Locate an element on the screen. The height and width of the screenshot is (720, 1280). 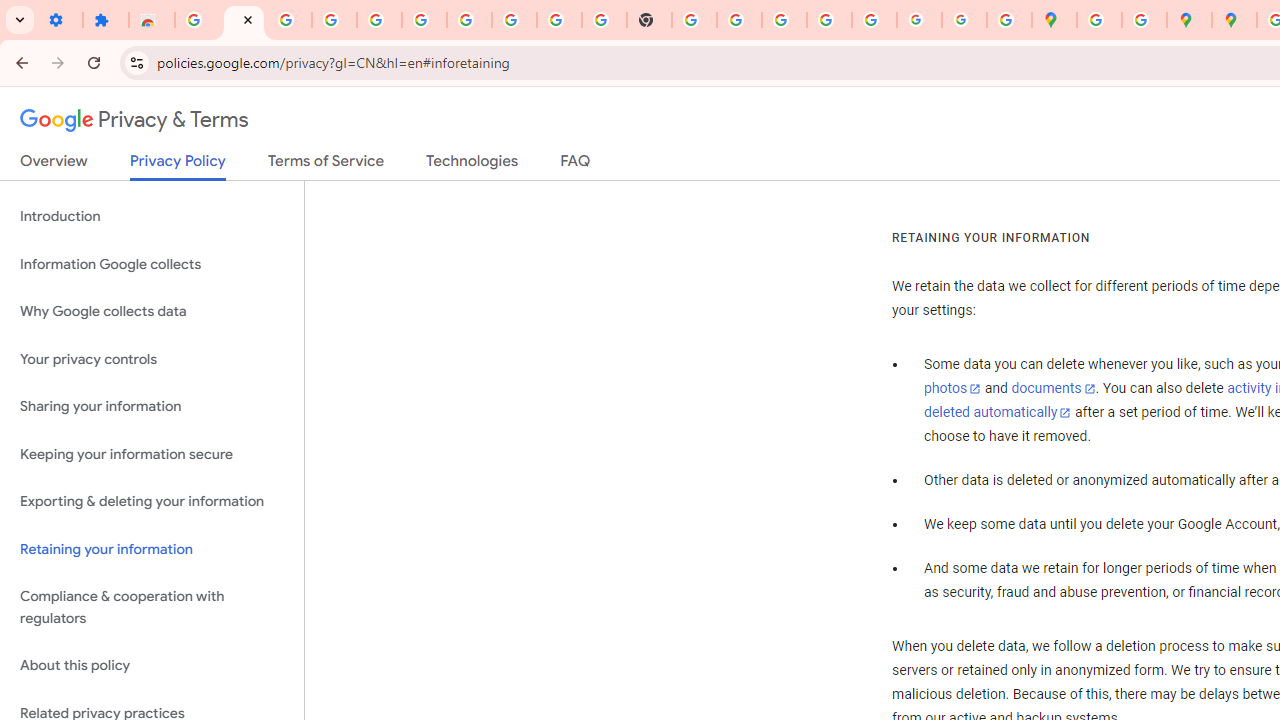
'New Tab' is located at coordinates (649, 20).